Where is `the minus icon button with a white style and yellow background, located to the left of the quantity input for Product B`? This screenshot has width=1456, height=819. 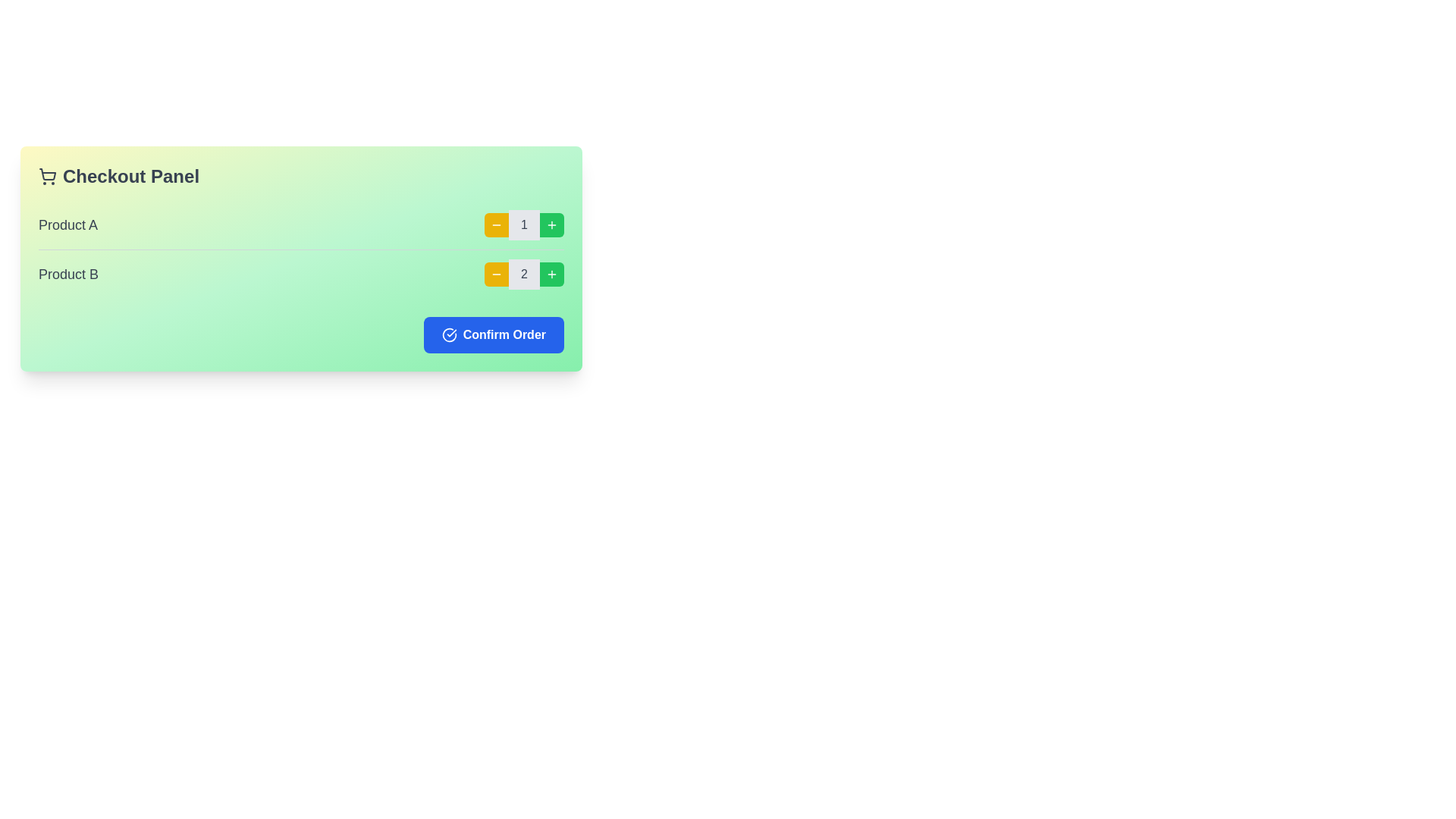 the minus icon button with a white style and yellow background, located to the left of the quantity input for Product B is located at coordinates (497, 275).